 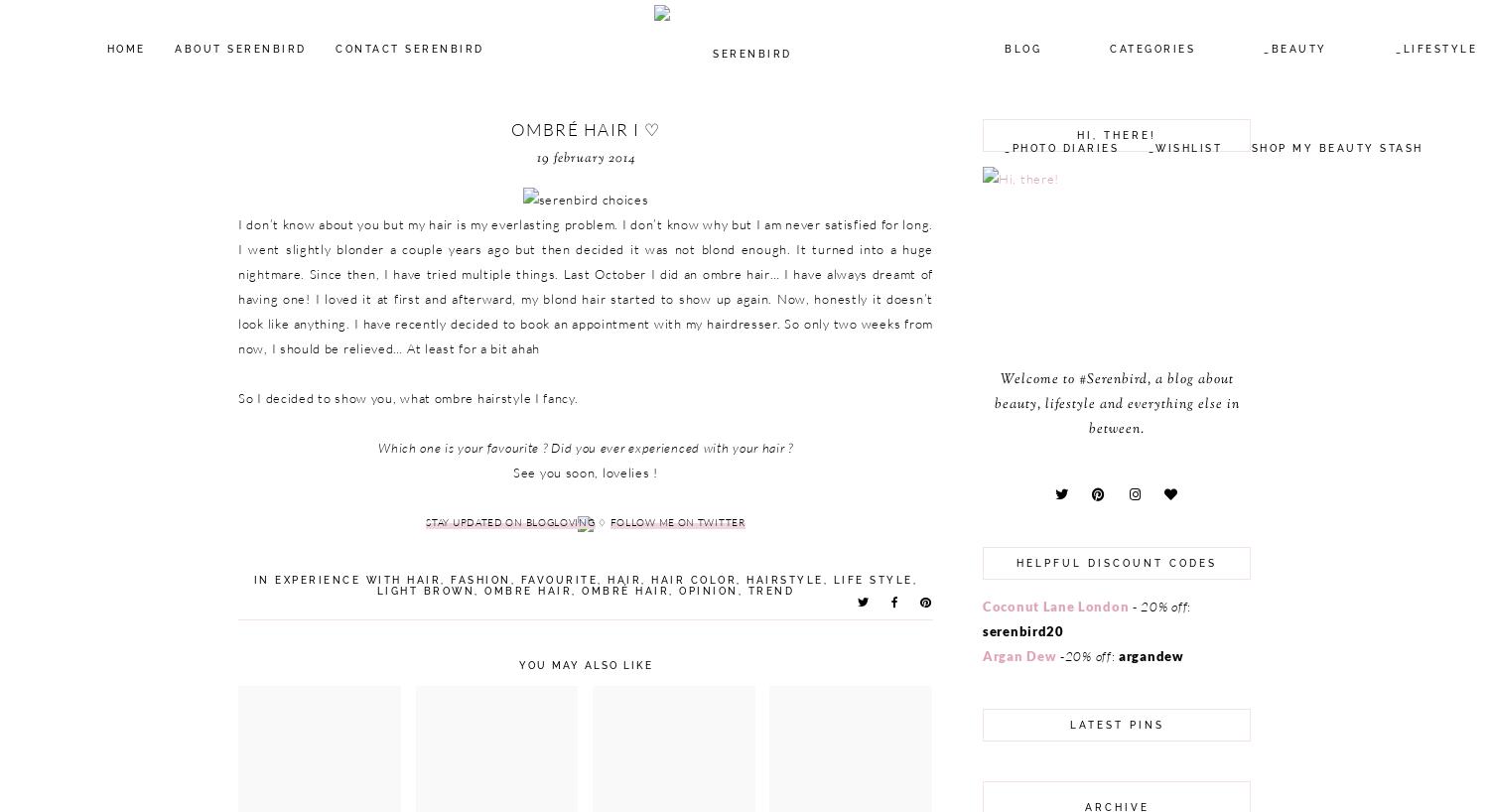 What do you see at coordinates (623, 579) in the screenshot?
I see `'hair'` at bounding box center [623, 579].